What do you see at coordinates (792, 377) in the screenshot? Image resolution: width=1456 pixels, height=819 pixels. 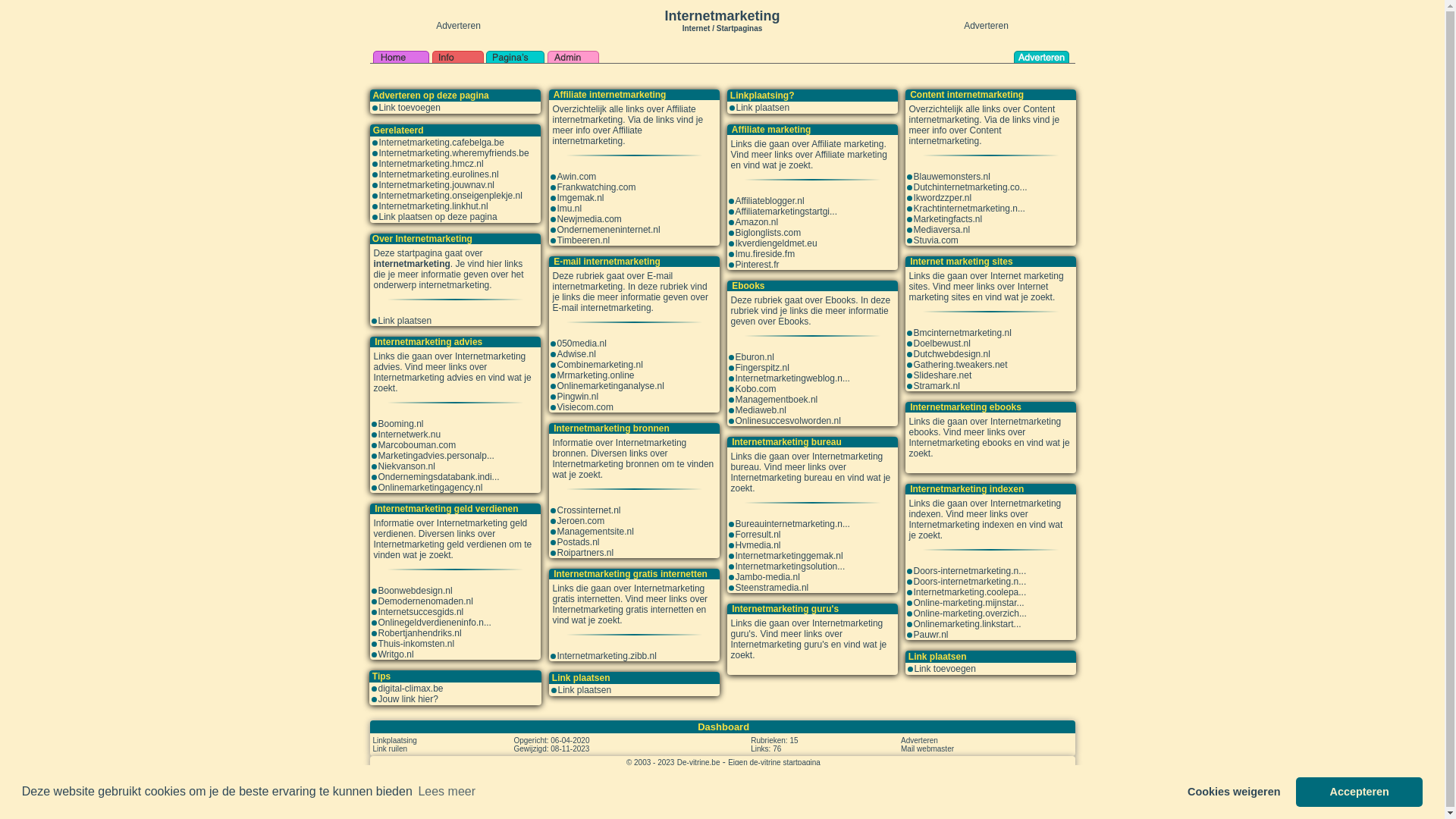 I see `'Internetmarketingweblog.n...'` at bounding box center [792, 377].